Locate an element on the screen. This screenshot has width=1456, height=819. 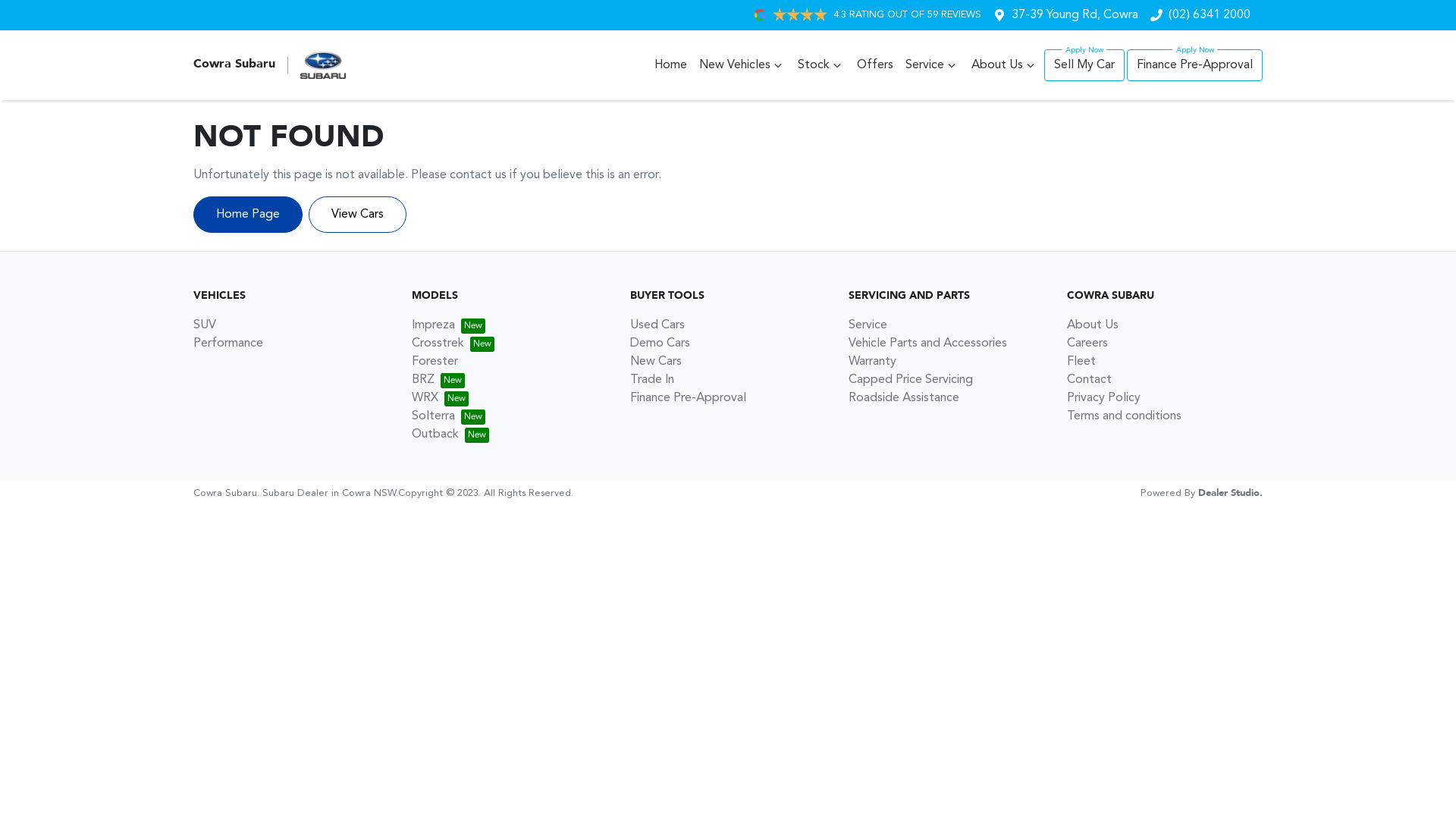
'37-39 Young Rd, Cowra' is located at coordinates (1074, 14).